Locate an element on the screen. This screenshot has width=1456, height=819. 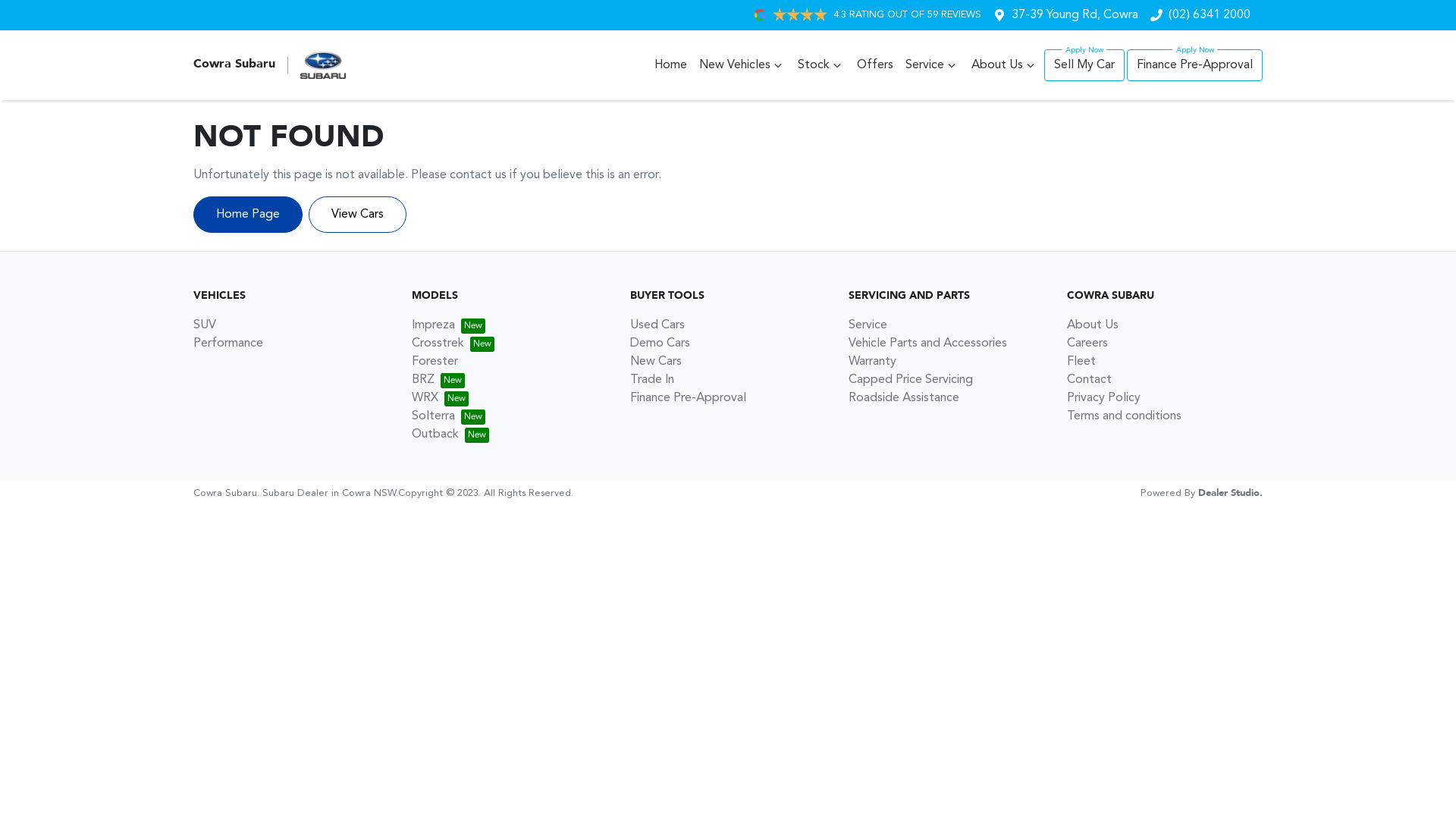
'37-39 Young Rd, Cowra' is located at coordinates (1074, 14).